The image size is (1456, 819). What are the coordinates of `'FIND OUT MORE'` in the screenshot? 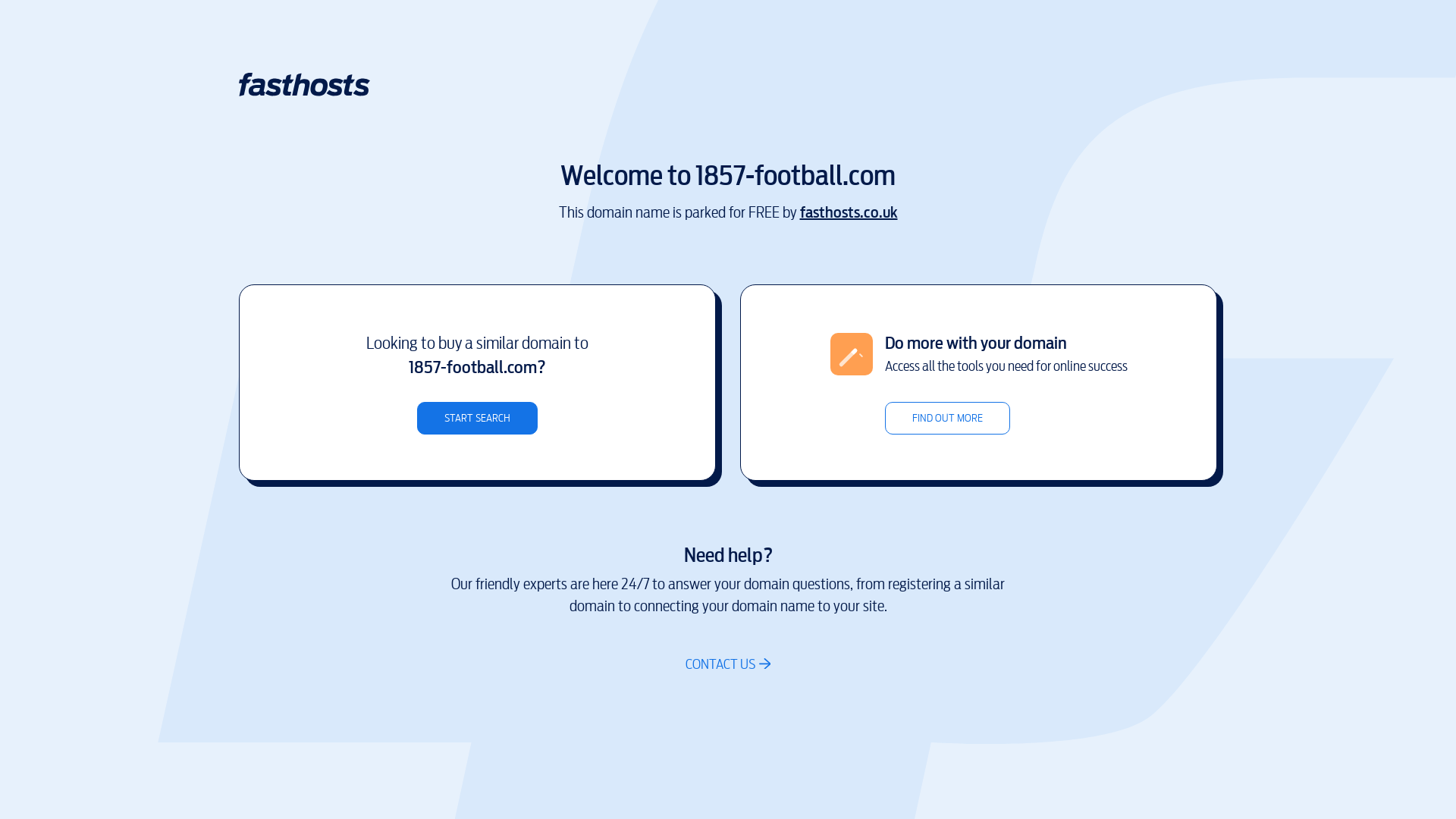 It's located at (884, 418).